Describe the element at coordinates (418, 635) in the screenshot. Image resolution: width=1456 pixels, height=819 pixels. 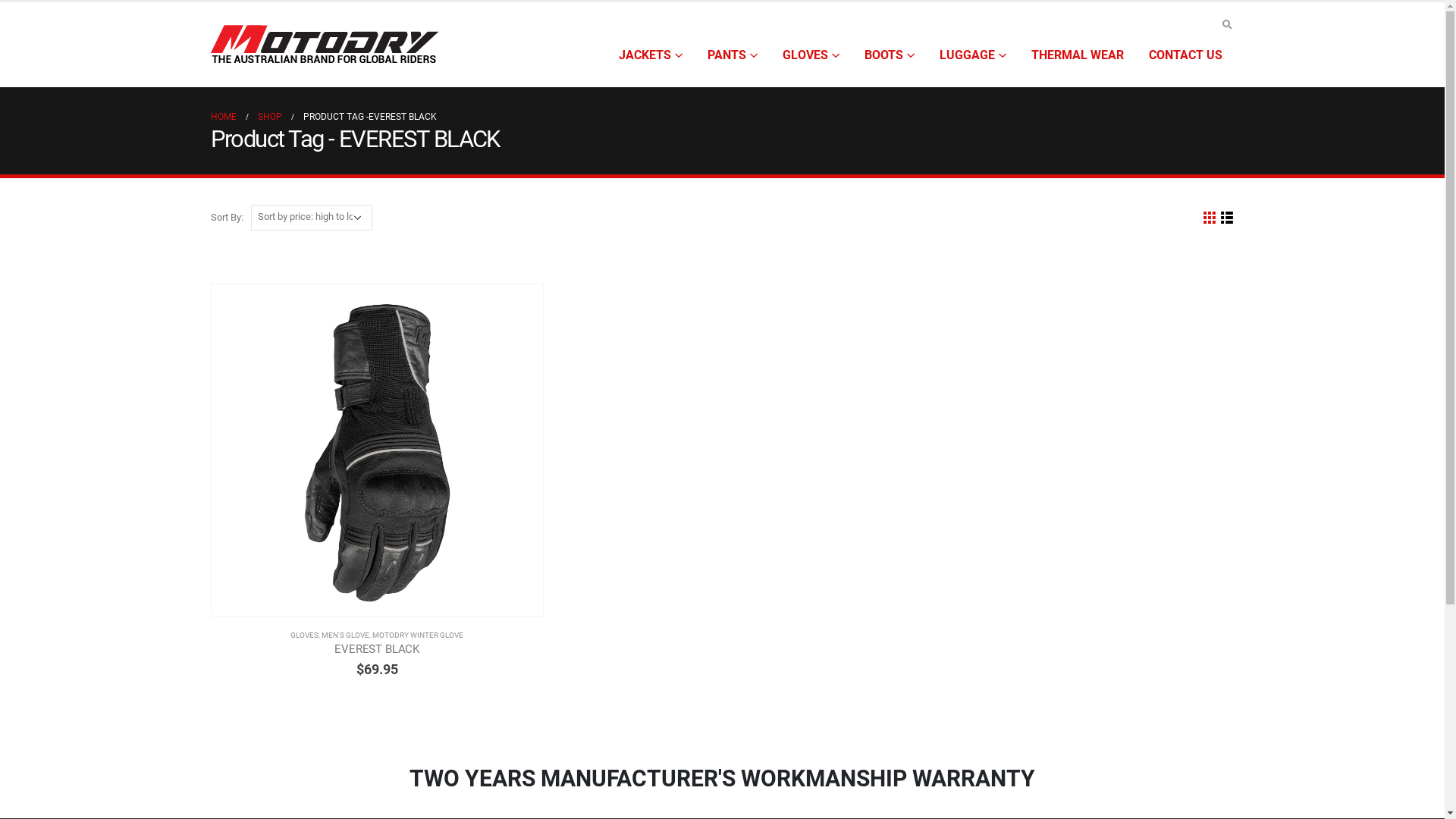
I see `'MOTODRY WINTER GLOVE'` at that location.